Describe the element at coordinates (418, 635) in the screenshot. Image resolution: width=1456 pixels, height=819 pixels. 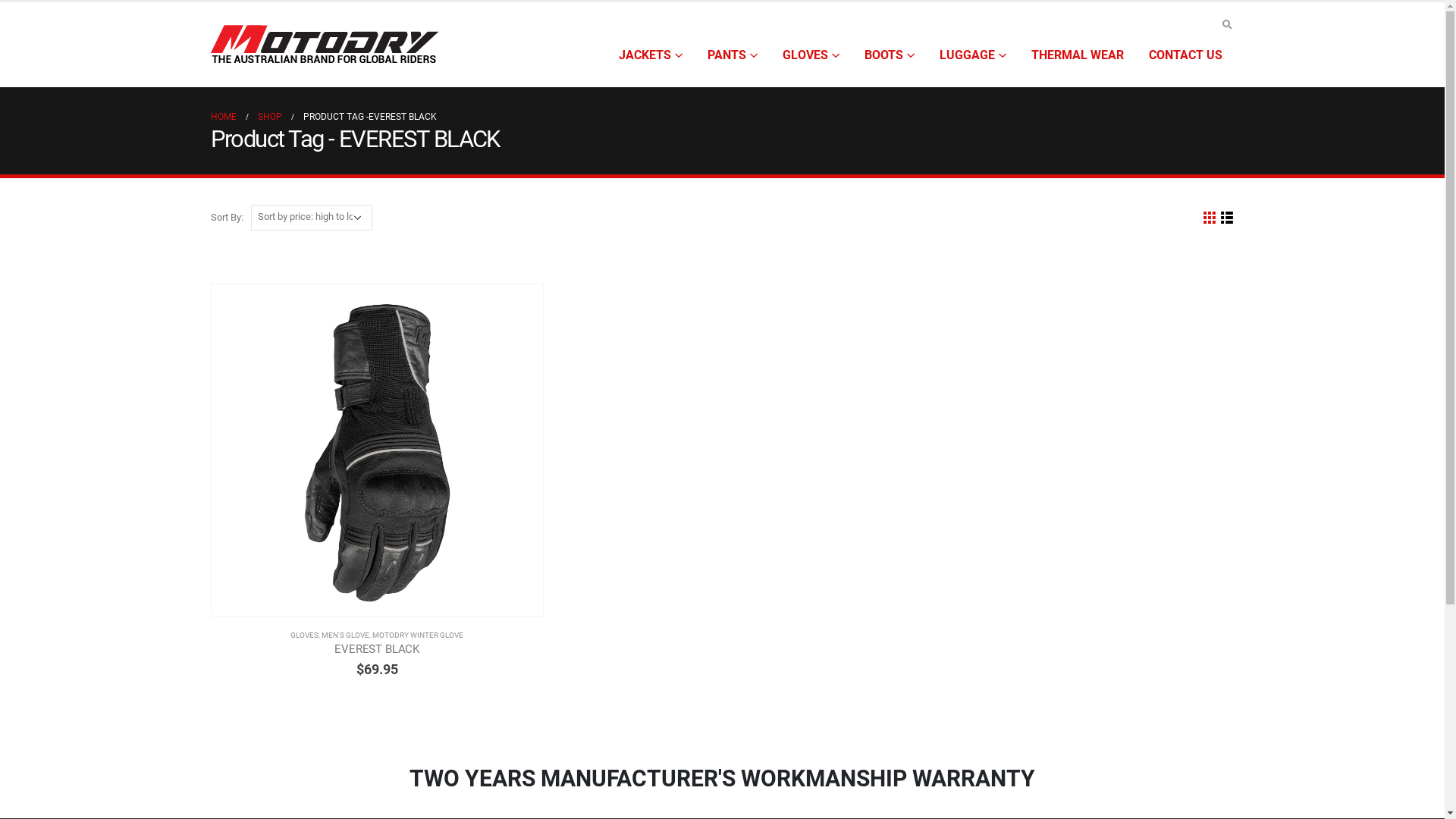
I see `'MOTODRY WINTER GLOVE'` at that location.